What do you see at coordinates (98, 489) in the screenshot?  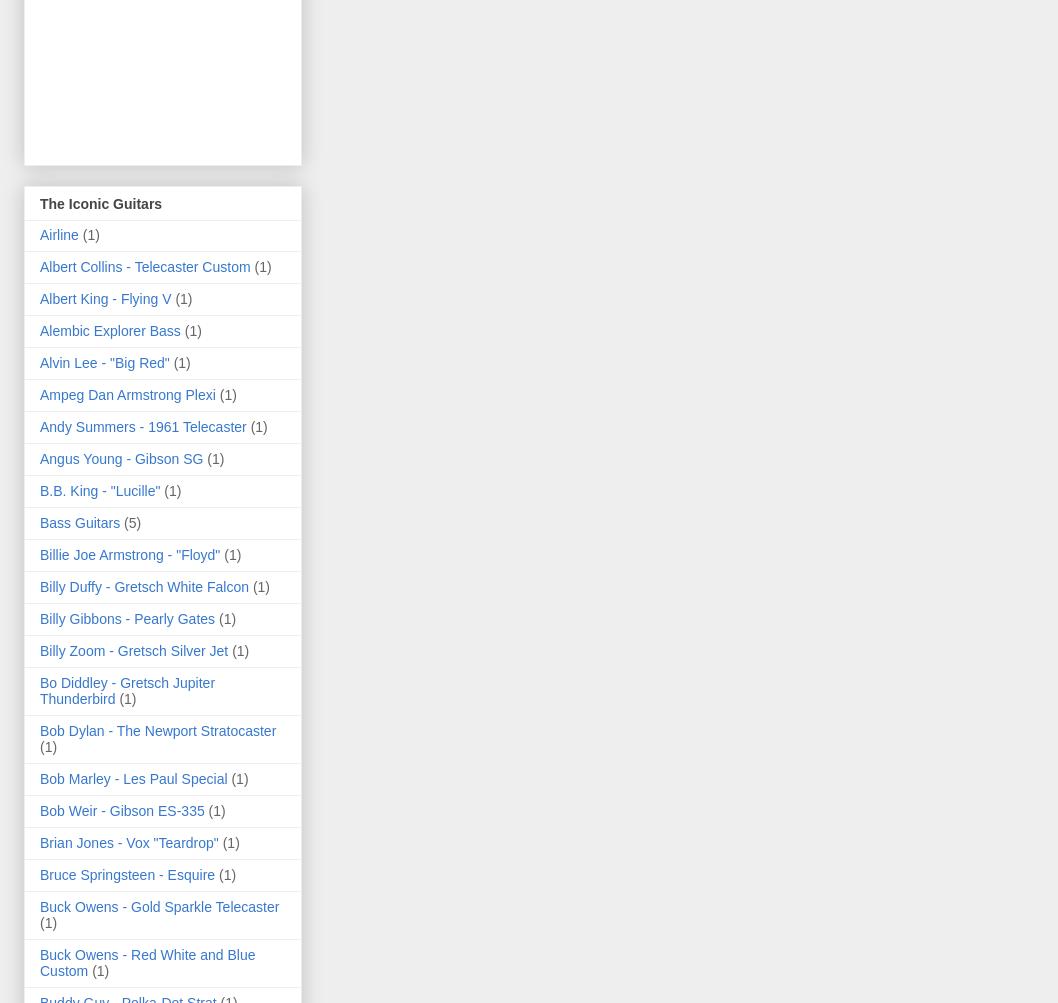 I see `'B.B. King - "Lucille"'` at bounding box center [98, 489].